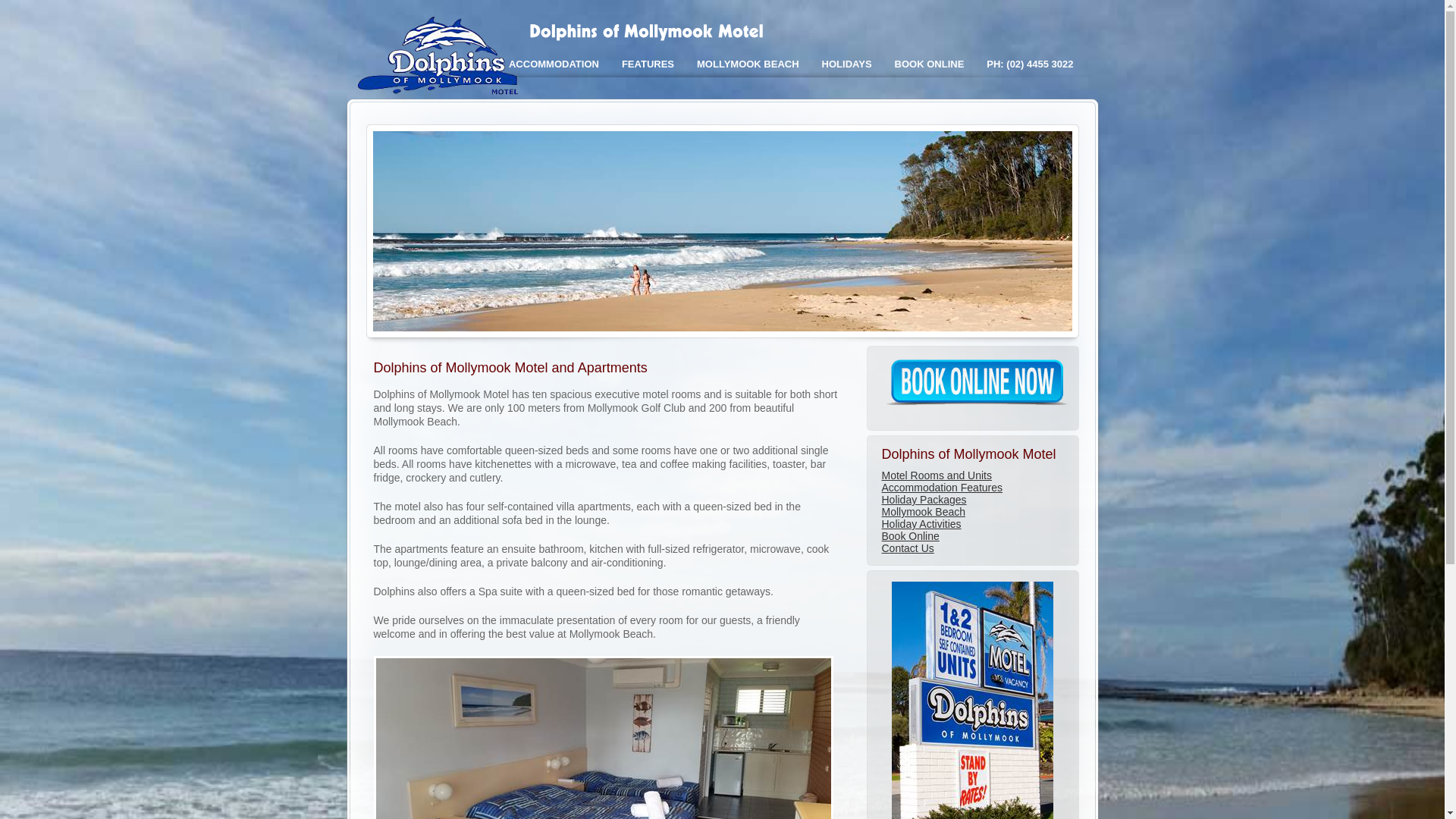 The height and width of the screenshot is (819, 1456). What do you see at coordinates (648, 63) in the screenshot?
I see `'FEATURES'` at bounding box center [648, 63].